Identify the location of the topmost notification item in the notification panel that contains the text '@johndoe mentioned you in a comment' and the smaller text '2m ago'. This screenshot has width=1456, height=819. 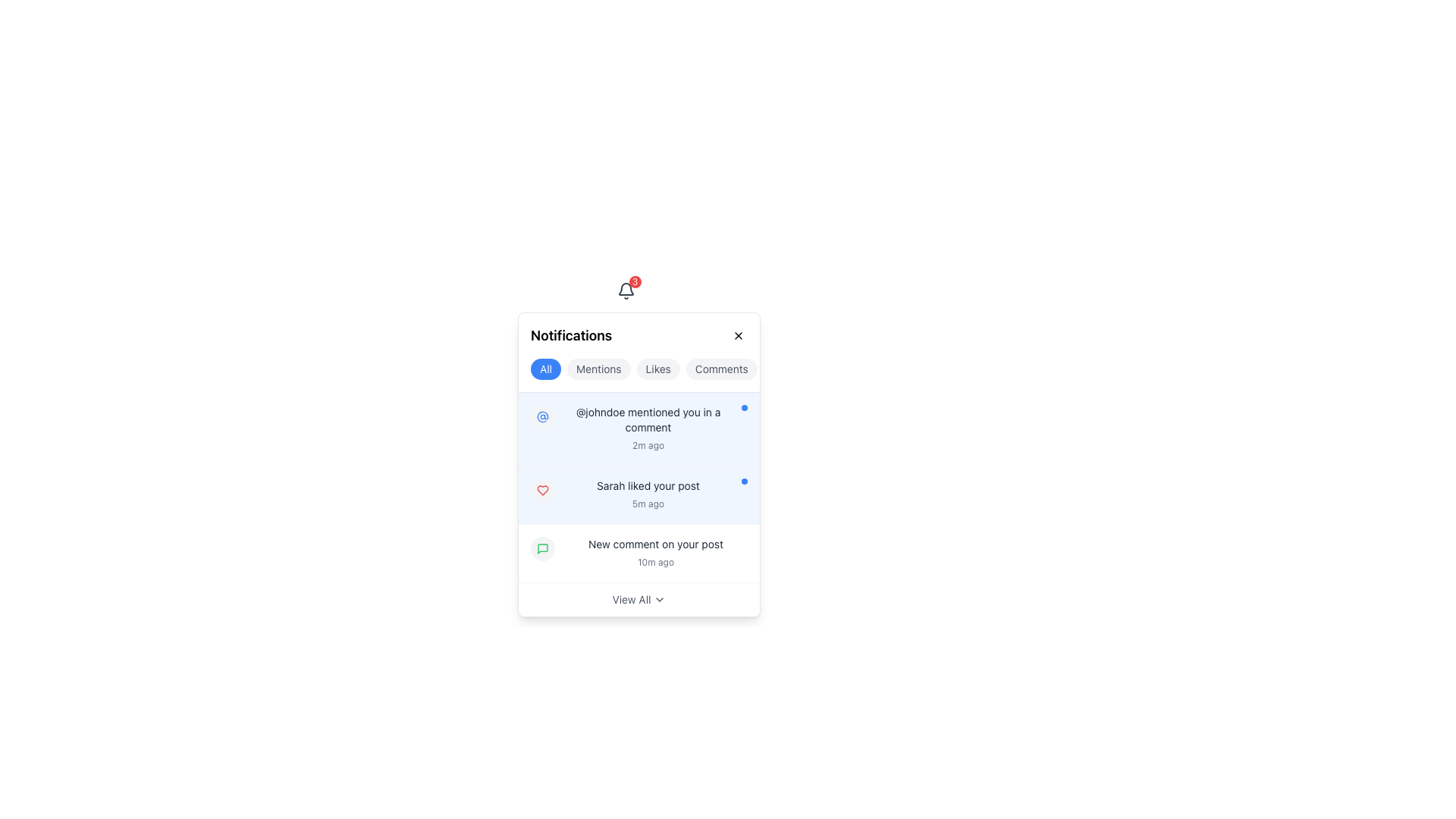
(648, 429).